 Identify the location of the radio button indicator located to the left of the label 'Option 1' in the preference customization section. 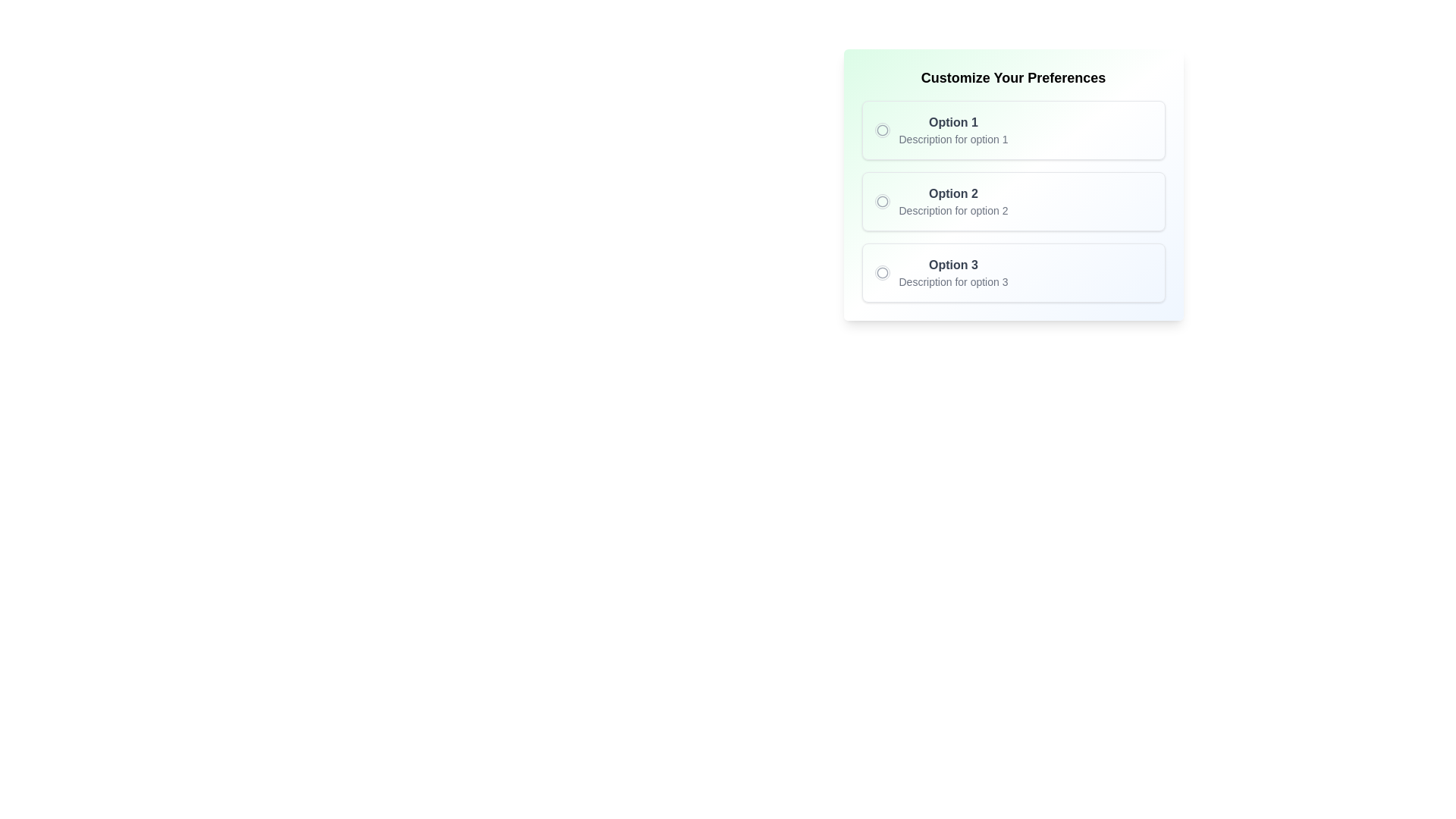
(882, 130).